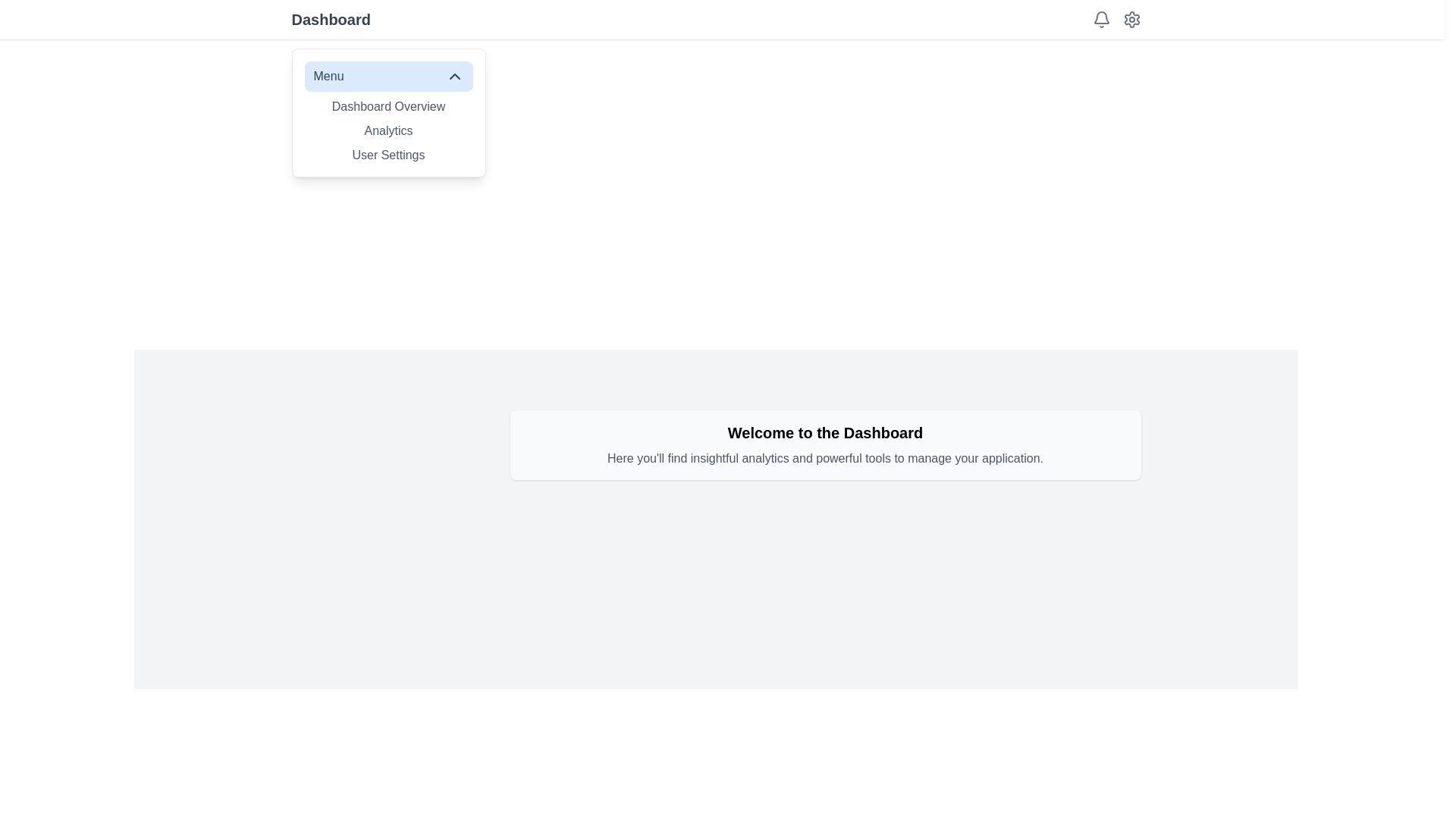 This screenshot has width=1456, height=819. Describe the element at coordinates (1101, 20) in the screenshot. I see `the bell icon button located in the top-right corner of the layout` at that location.